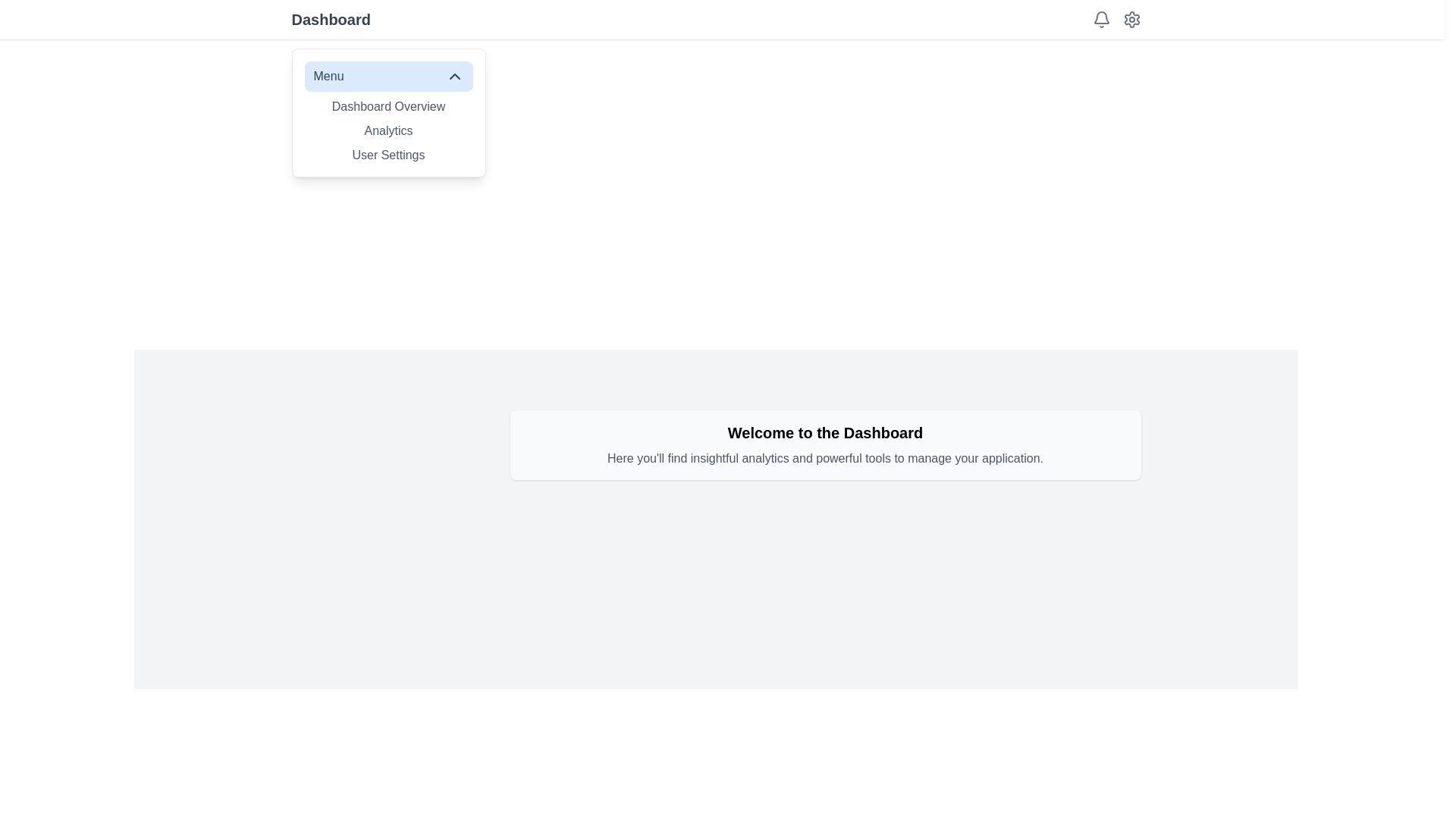 This screenshot has width=1456, height=819. Describe the element at coordinates (1101, 20) in the screenshot. I see `the bell icon button located in the top-right corner of the layout` at that location.